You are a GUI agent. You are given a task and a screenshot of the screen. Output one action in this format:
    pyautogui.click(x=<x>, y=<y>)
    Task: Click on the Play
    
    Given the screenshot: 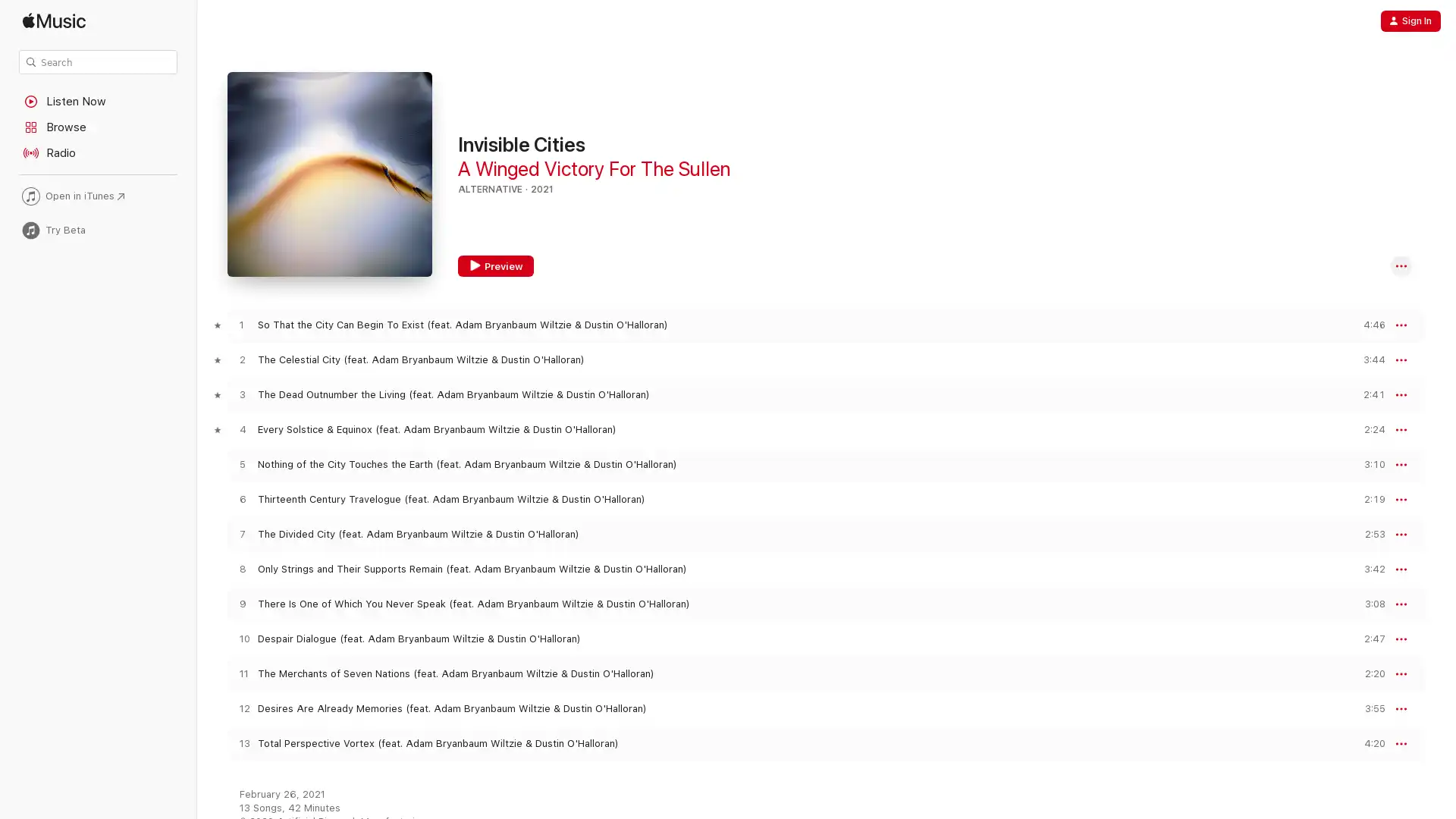 What is the action you would take?
    pyautogui.click(x=241, y=639)
    